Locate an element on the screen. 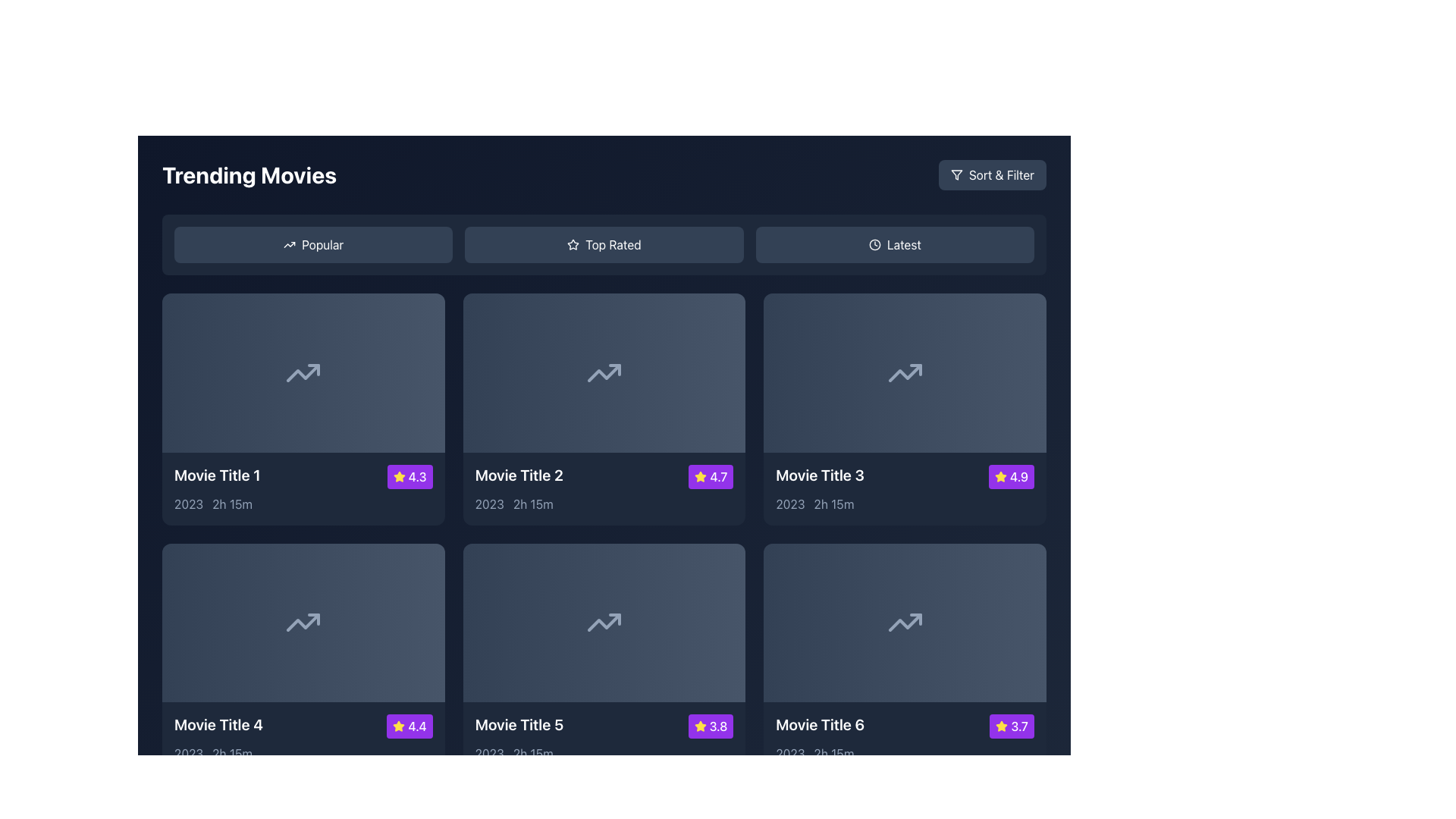 This screenshot has height=819, width=1456. the arrowhead segment of the 'Trending Up' icon located in the sixth card of the 'Trending Movies' section is located at coordinates (915, 620).